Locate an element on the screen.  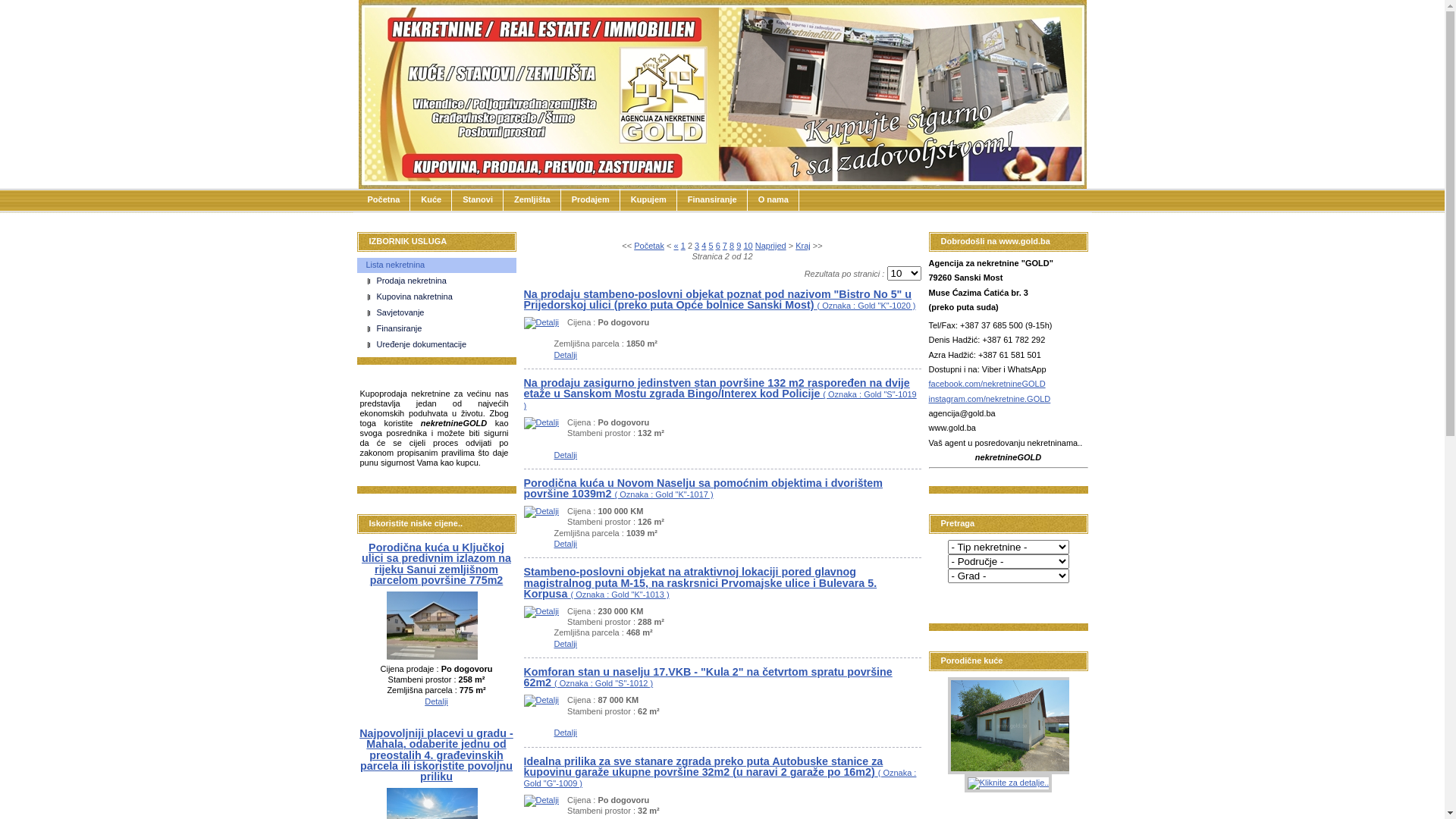
'Kliknite za detalje..' is located at coordinates (1008, 783).